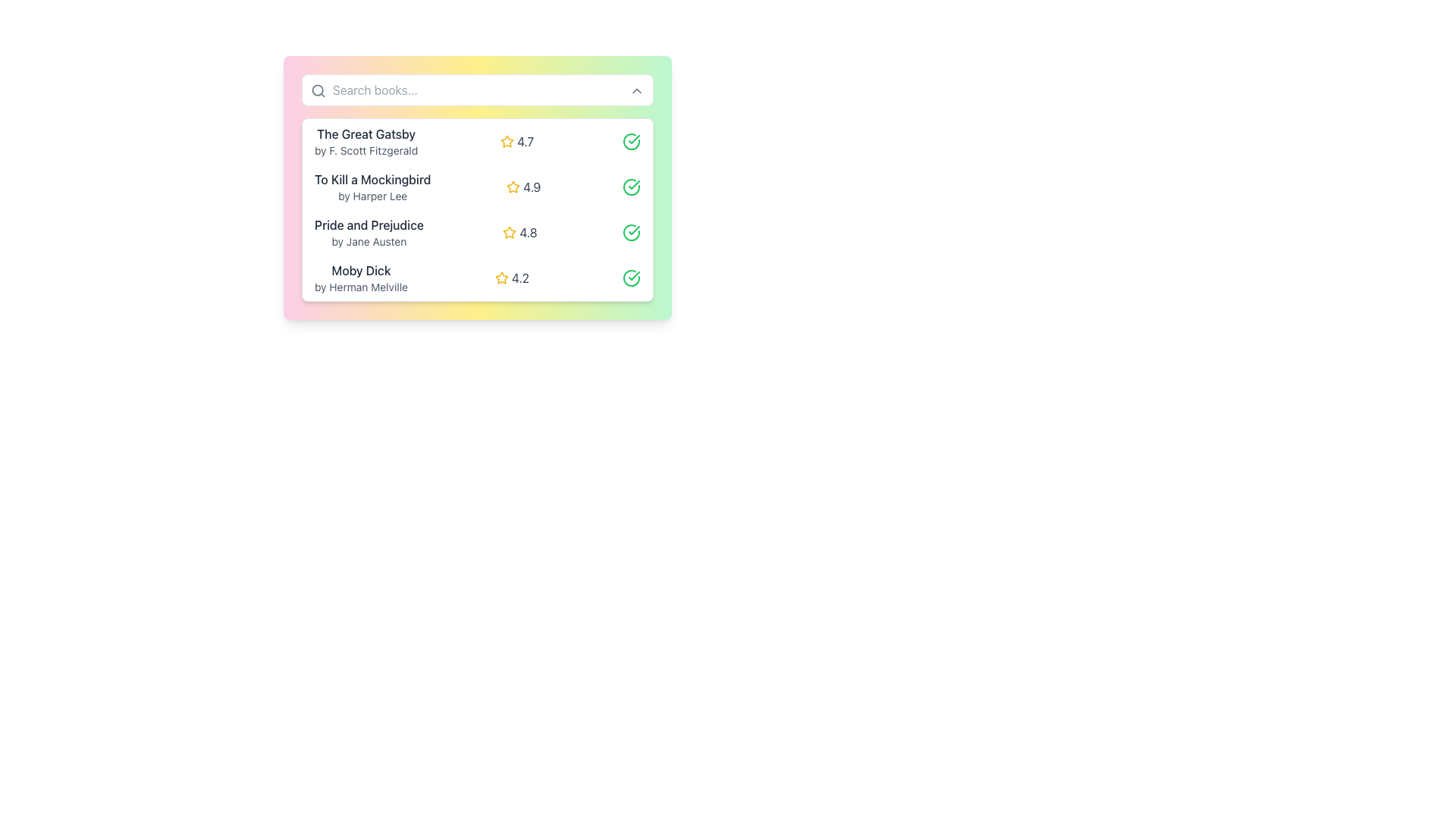 This screenshot has width=1456, height=819. What do you see at coordinates (369, 233) in the screenshot?
I see `the text block titled 'Pride and Prejudice' to select it, which is the third item in a vertically arranged list in a rounded box` at bounding box center [369, 233].